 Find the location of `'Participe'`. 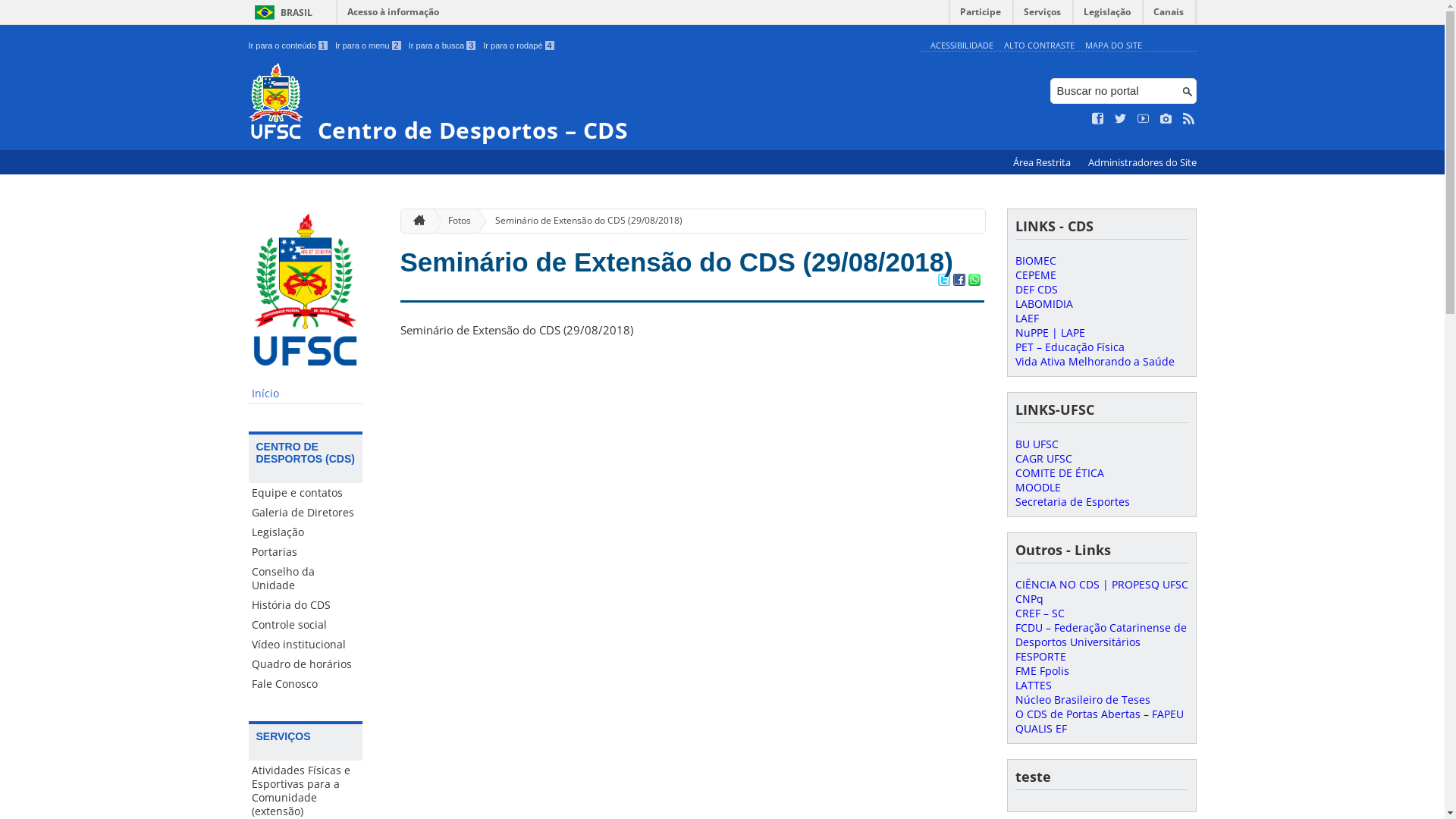

'Participe' is located at coordinates (980, 15).